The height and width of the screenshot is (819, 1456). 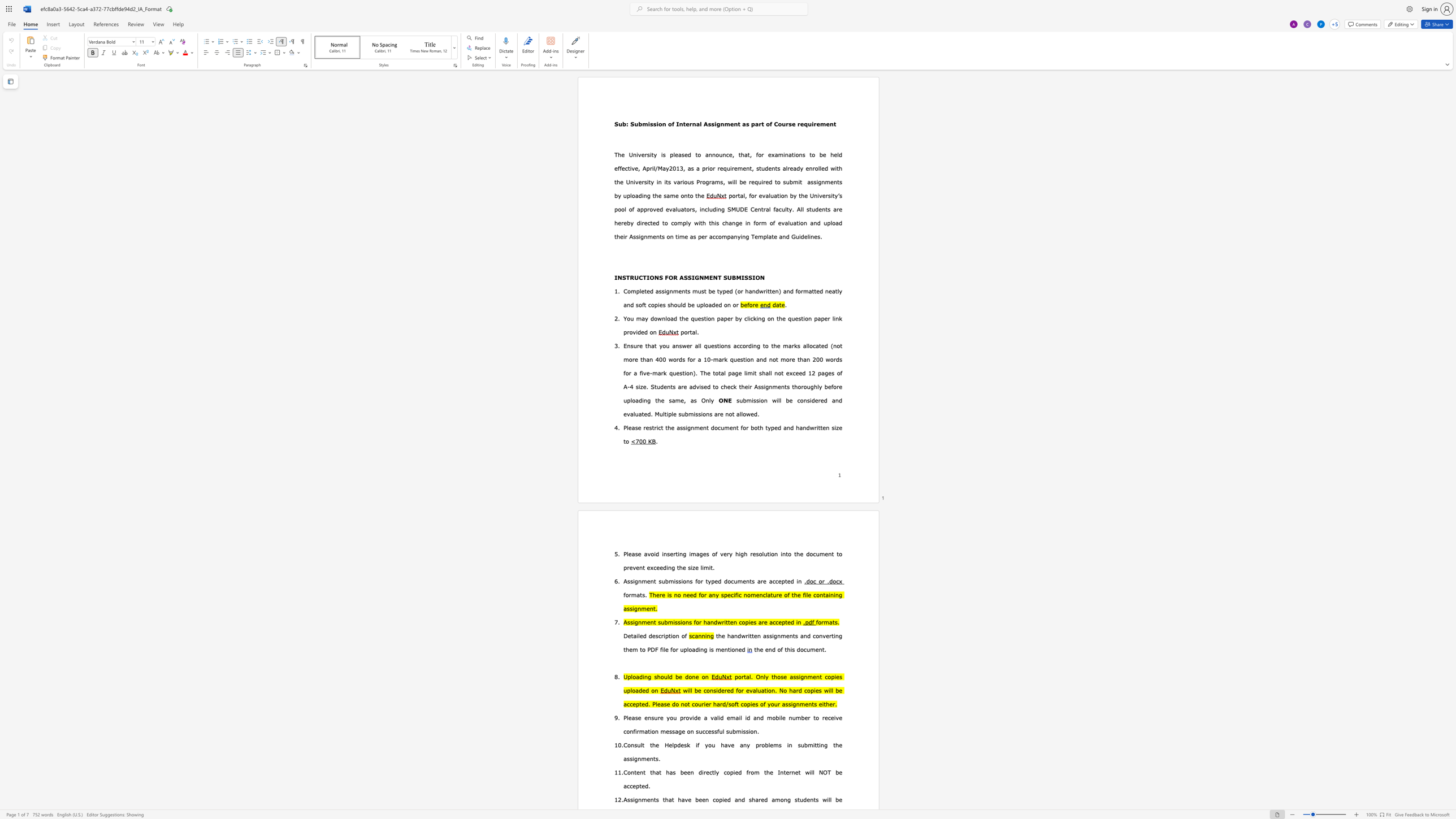 I want to click on the 4th character "d" in the text, so click(x=648, y=413).